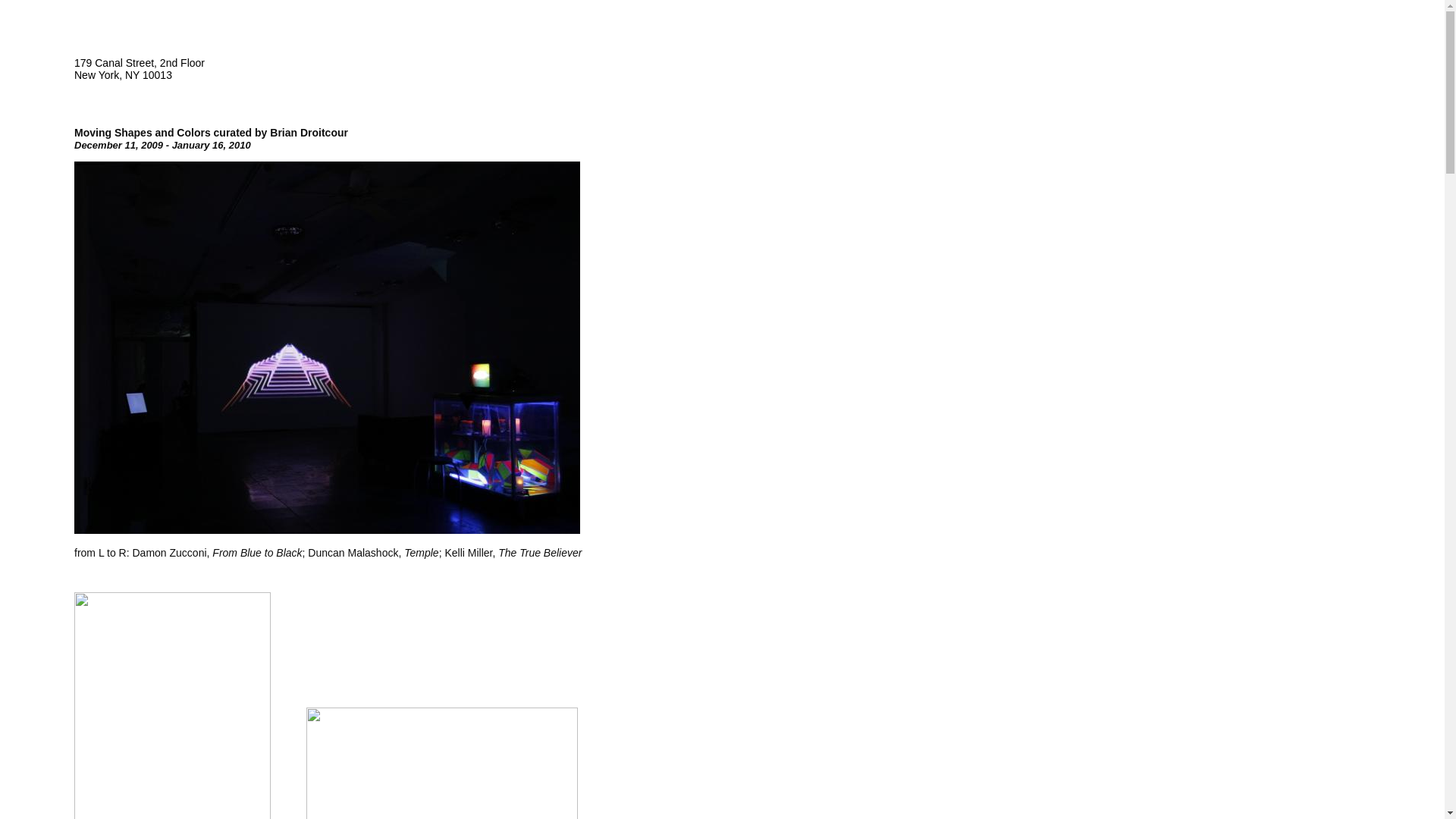 This screenshot has height=819, width=1456. Describe the element at coordinates (139, 69) in the screenshot. I see `'179 Canal Street, 2nd Floor` at that location.